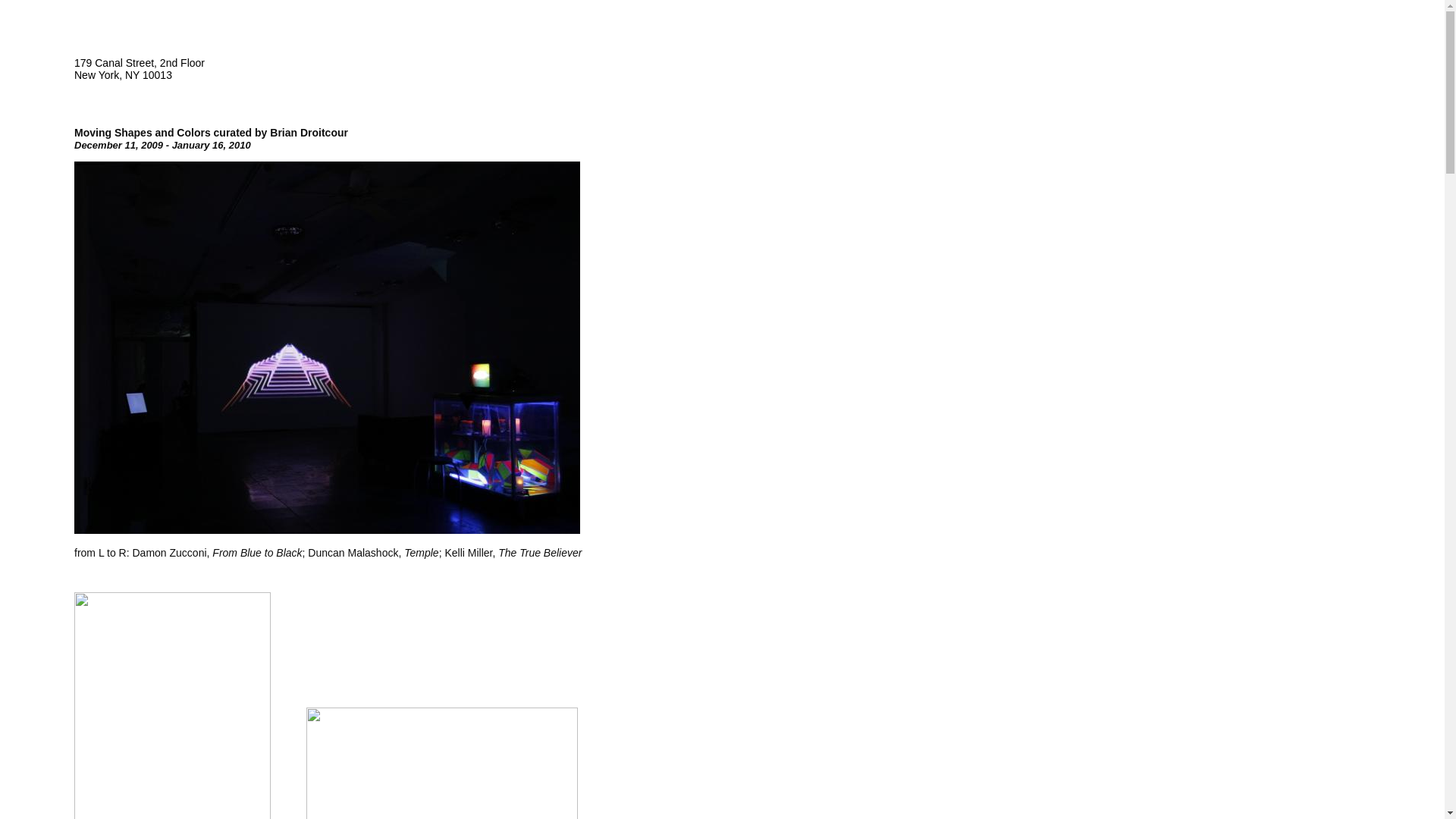 This screenshot has height=819, width=1456. Describe the element at coordinates (139, 69) in the screenshot. I see `'179 Canal Street, 2nd Floor` at that location.